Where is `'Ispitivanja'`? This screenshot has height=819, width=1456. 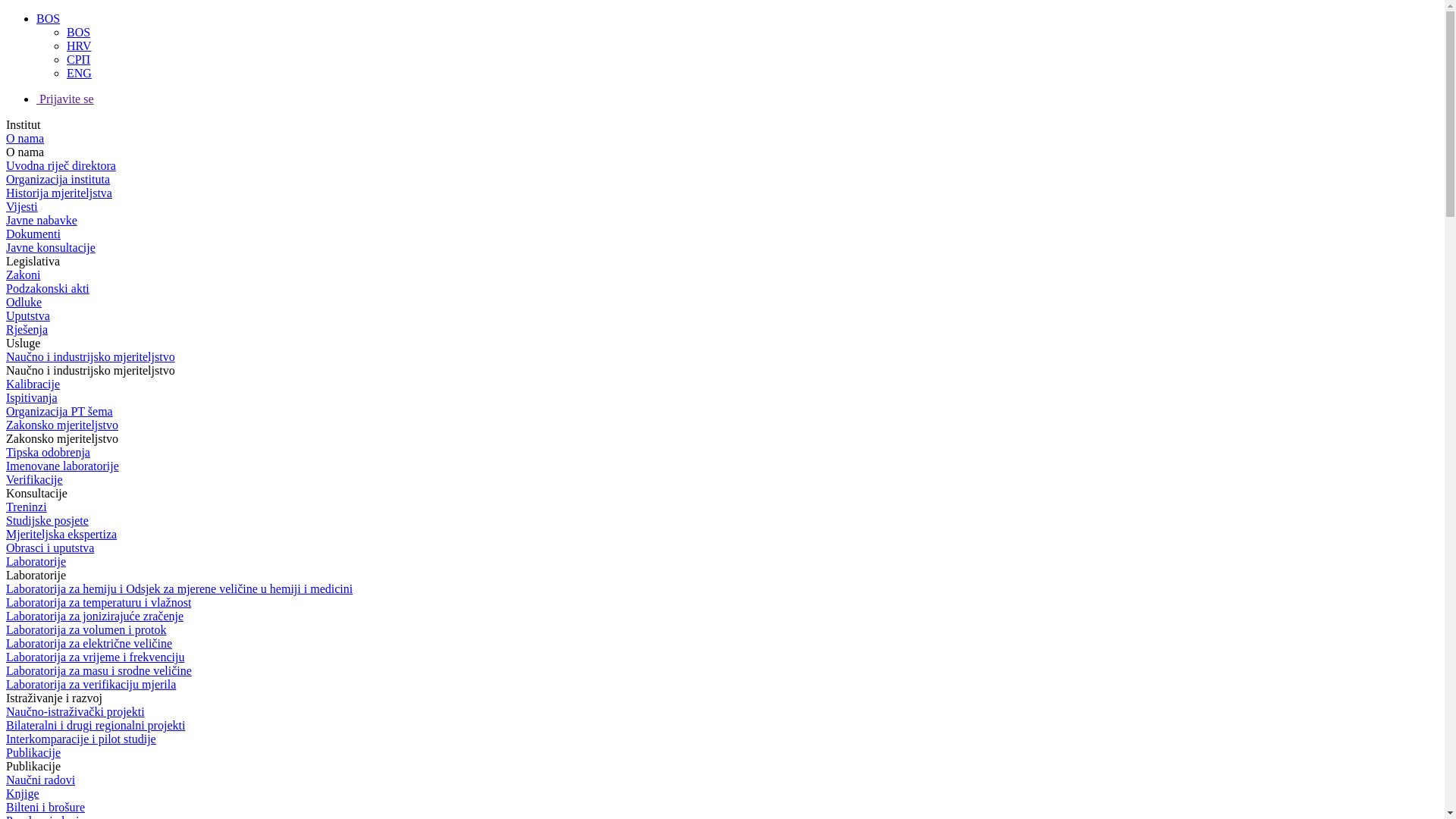 'Ispitivanja' is located at coordinates (32, 397).